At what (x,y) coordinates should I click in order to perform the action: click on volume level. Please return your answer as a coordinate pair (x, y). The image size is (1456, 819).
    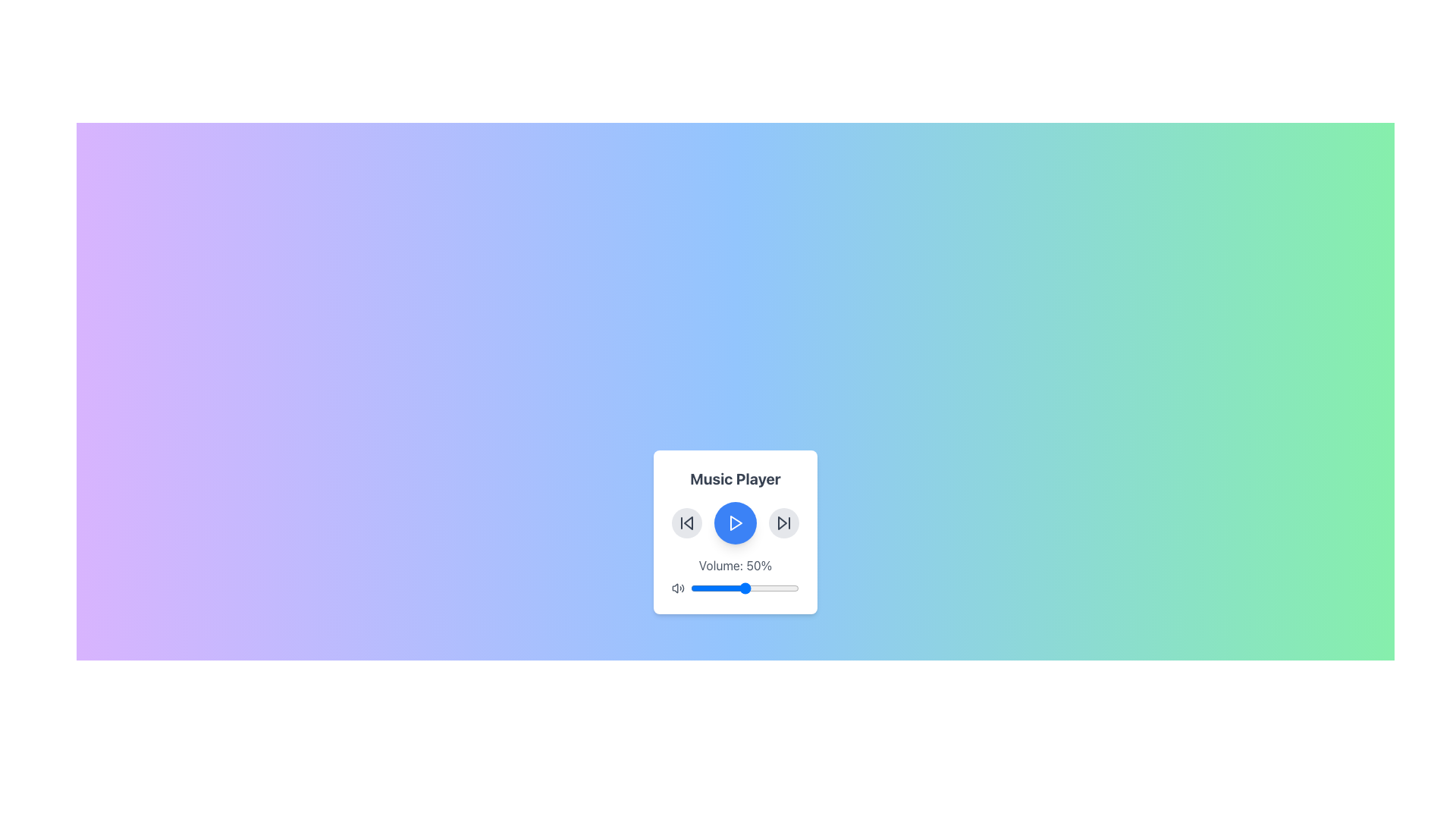
    Looking at the image, I should click on (786, 587).